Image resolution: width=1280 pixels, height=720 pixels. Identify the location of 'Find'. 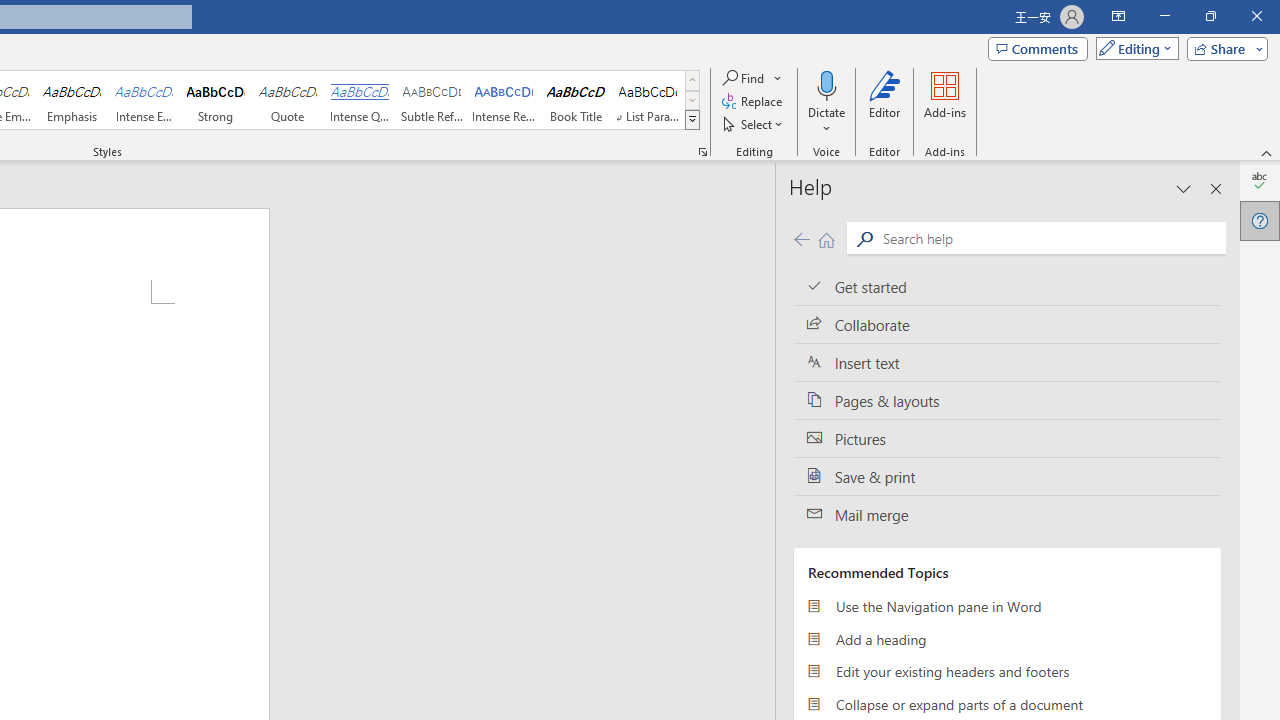
(752, 77).